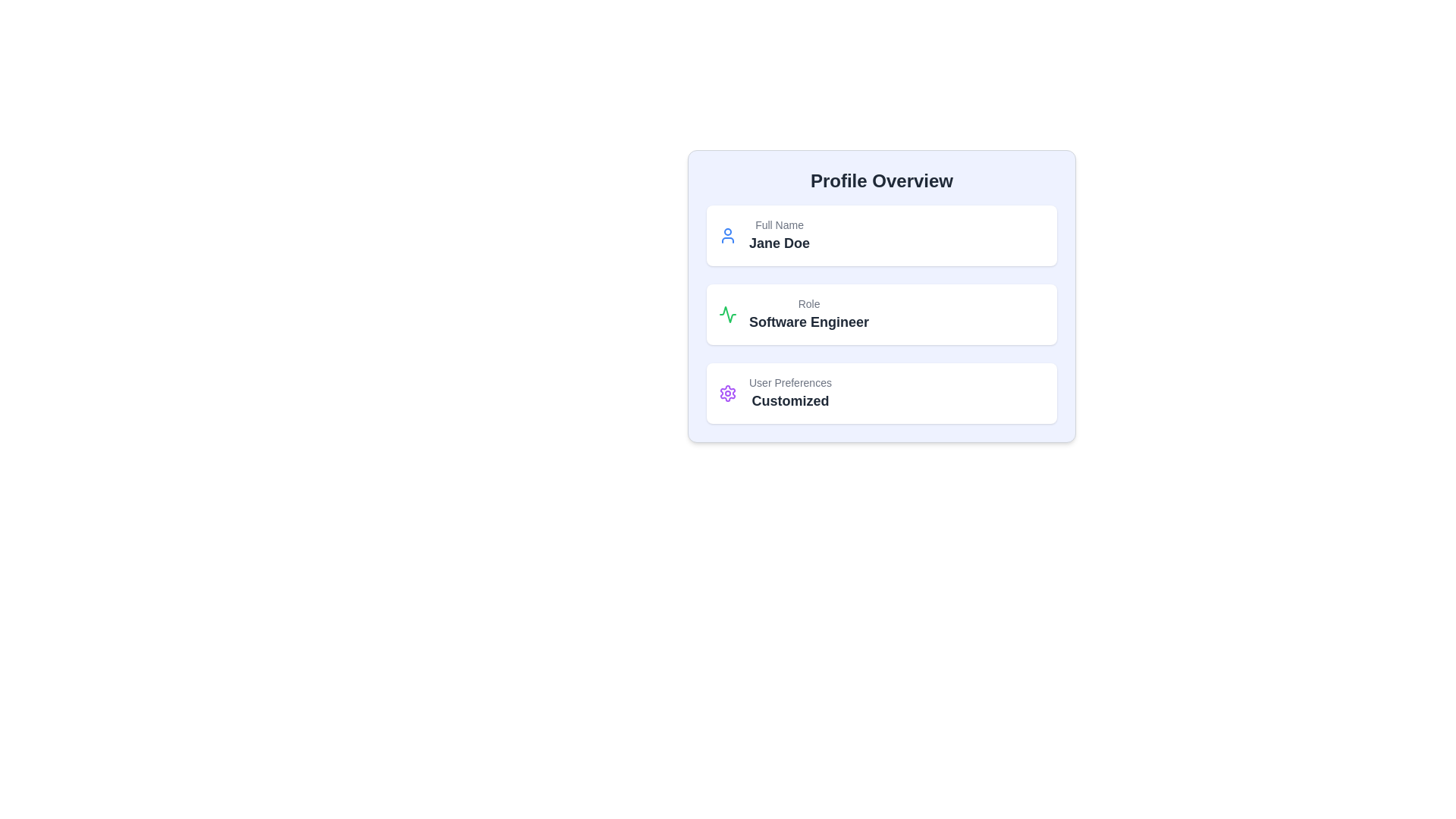  Describe the element at coordinates (808, 314) in the screenshot. I see `the second text block displaying the user's role ('Software Engineer') in the profile interface to copy the text` at that location.